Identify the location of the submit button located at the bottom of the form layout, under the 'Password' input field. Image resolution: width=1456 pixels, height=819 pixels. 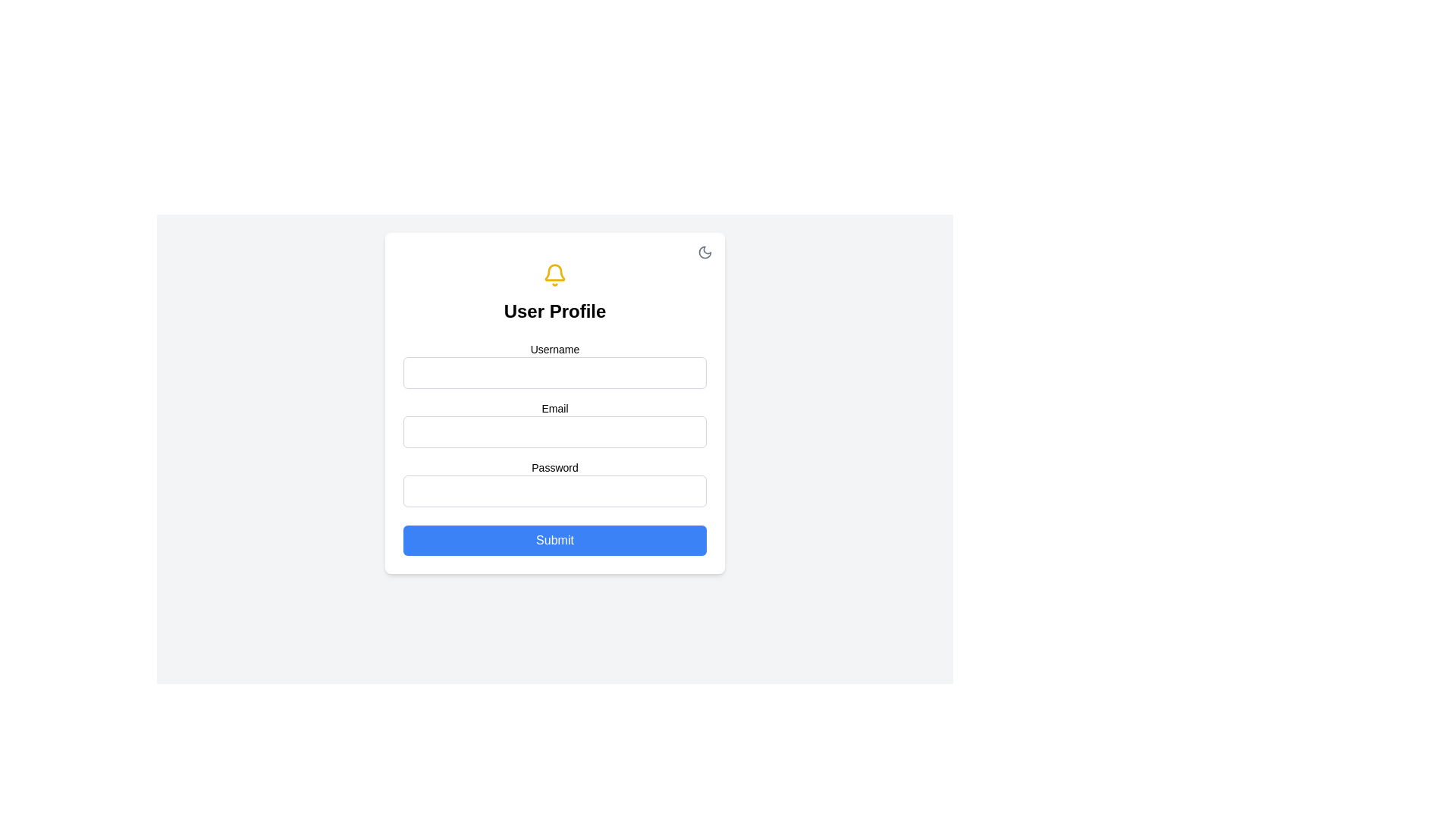
(554, 540).